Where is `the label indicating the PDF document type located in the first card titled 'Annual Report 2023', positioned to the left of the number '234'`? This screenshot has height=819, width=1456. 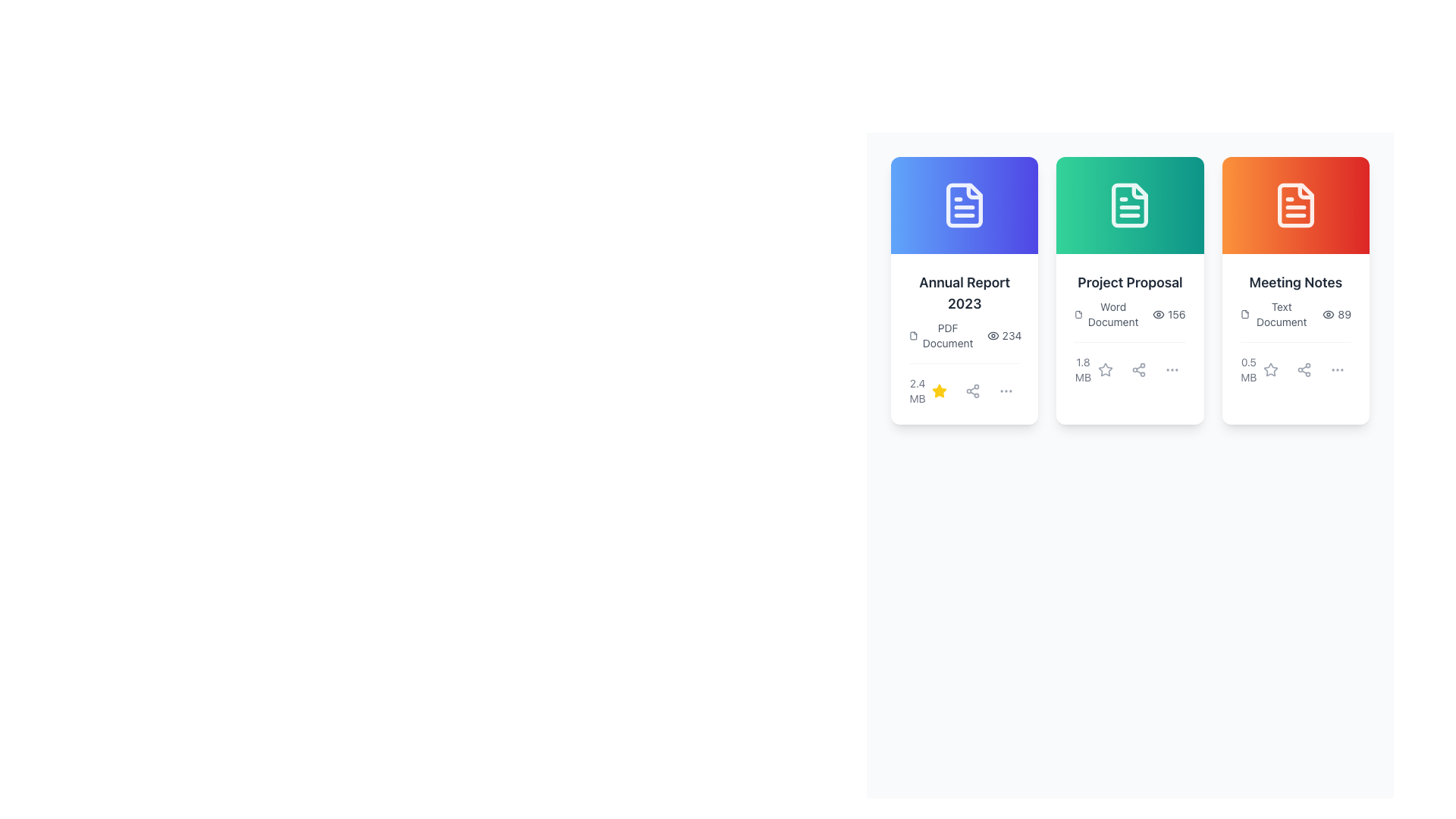 the label indicating the PDF document type located in the first card titled 'Annual Report 2023', positioned to the left of the number '234' is located at coordinates (941, 335).